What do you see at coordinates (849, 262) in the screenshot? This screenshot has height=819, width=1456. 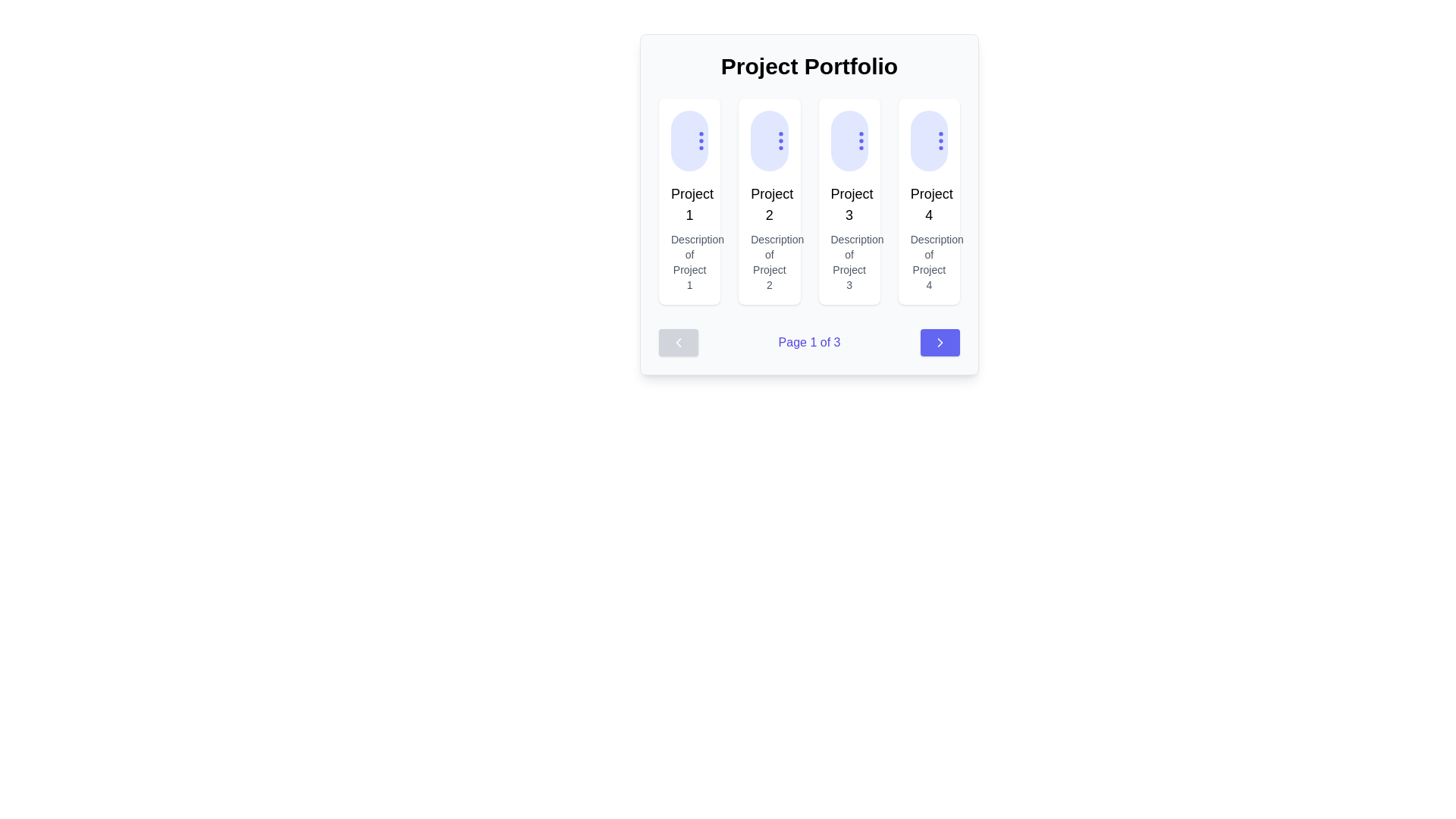 I see `informational static text element located in the third card from the left, positioned below the main heading 'Project 3'` at bounding box center [849, 262].